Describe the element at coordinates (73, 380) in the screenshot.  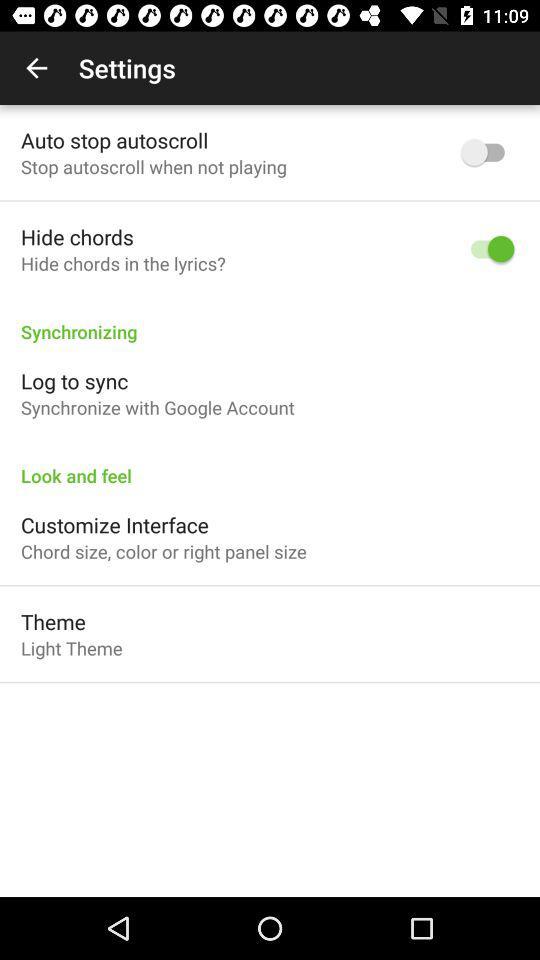
I see `the icon above the synchronize with google icon` at that location.